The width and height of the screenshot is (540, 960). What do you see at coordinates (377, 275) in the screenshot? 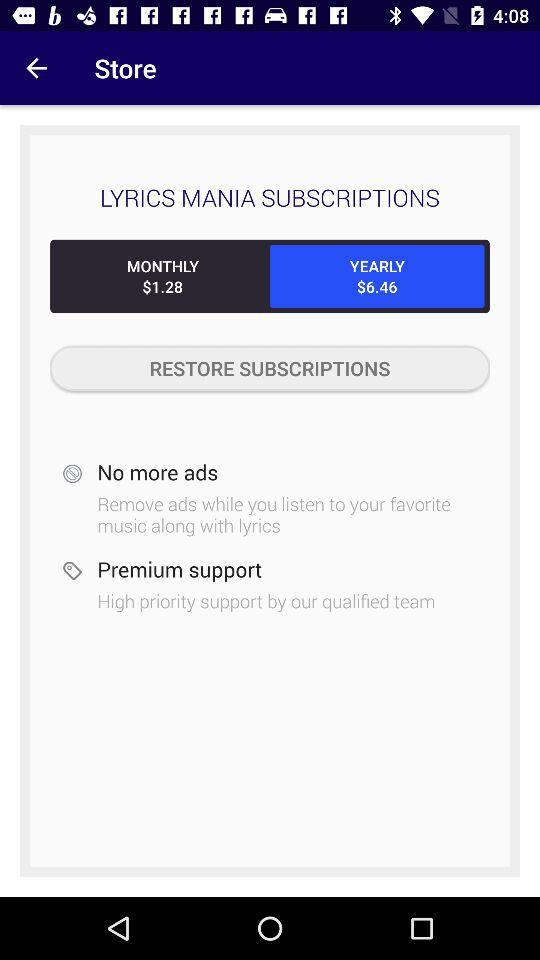
I see `the icon at the top right corner` at bounding box center [377, 275].